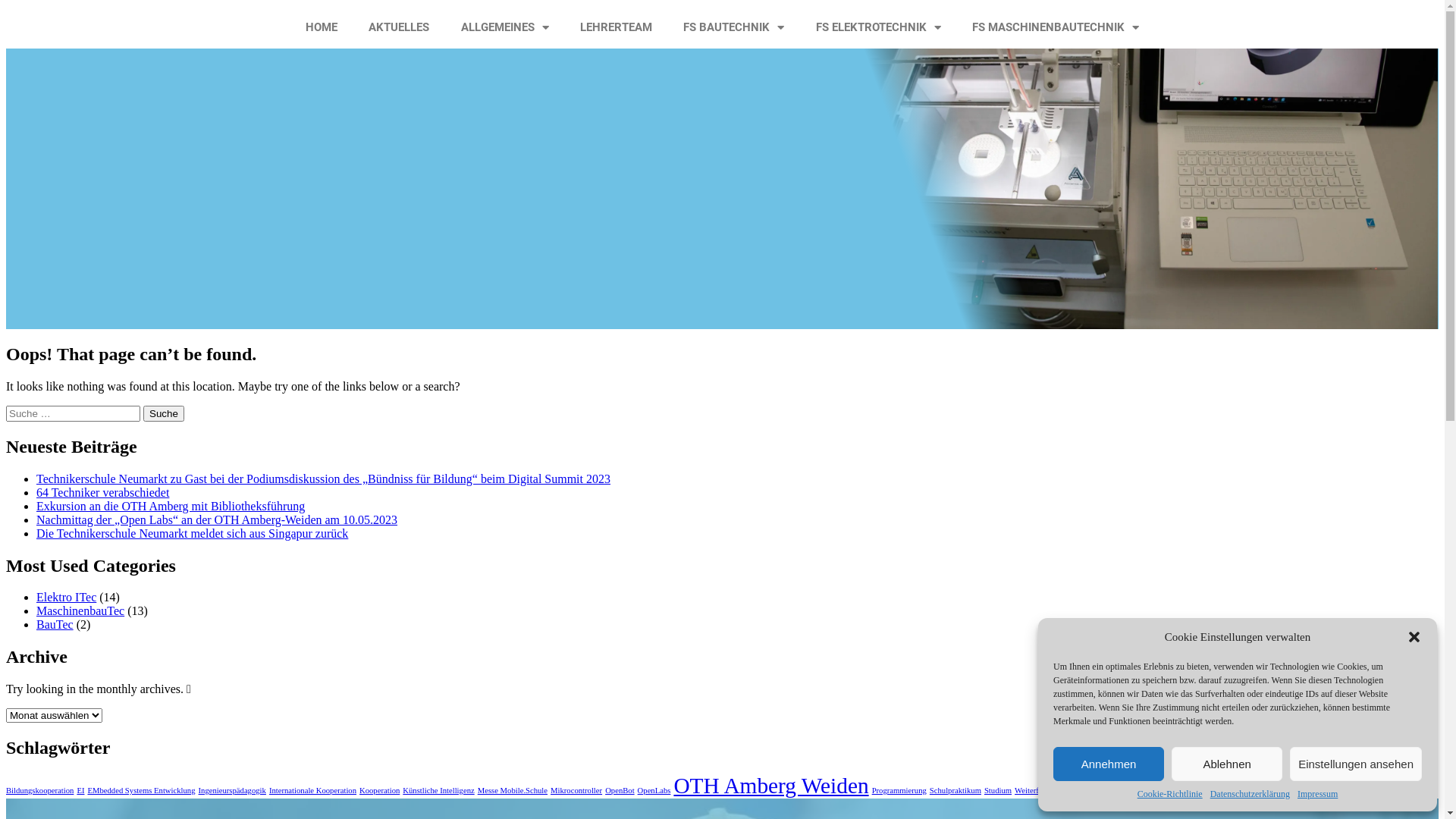  What do you see at coordinates (877, 27) in the screenshot?
I see `'FS ELEKTROTECHNIK'` at bounding box center [877, 27].